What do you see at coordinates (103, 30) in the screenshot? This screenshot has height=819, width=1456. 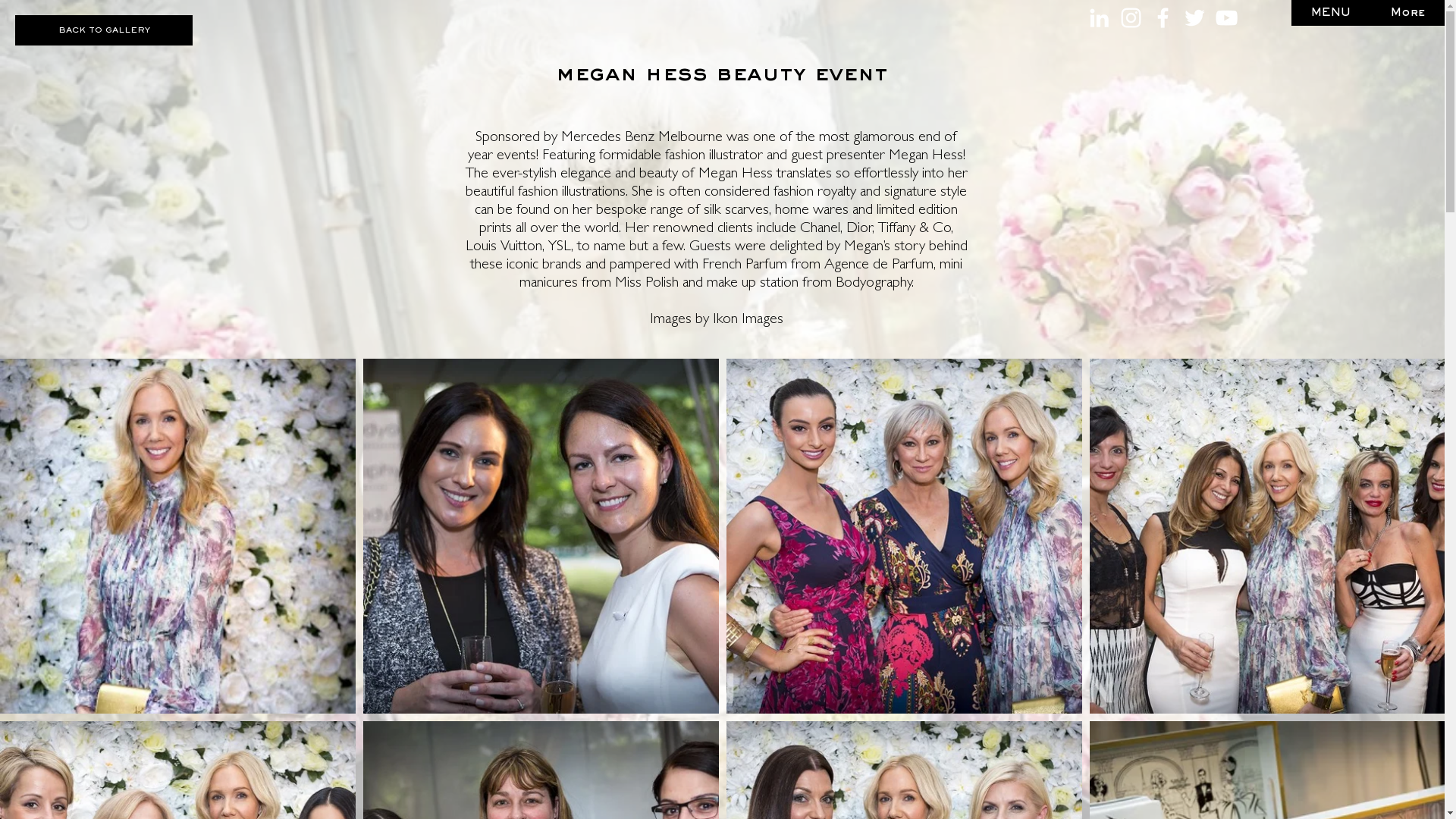 I see `'BACK TO GALLERY'` at bounding box center [103, 30].